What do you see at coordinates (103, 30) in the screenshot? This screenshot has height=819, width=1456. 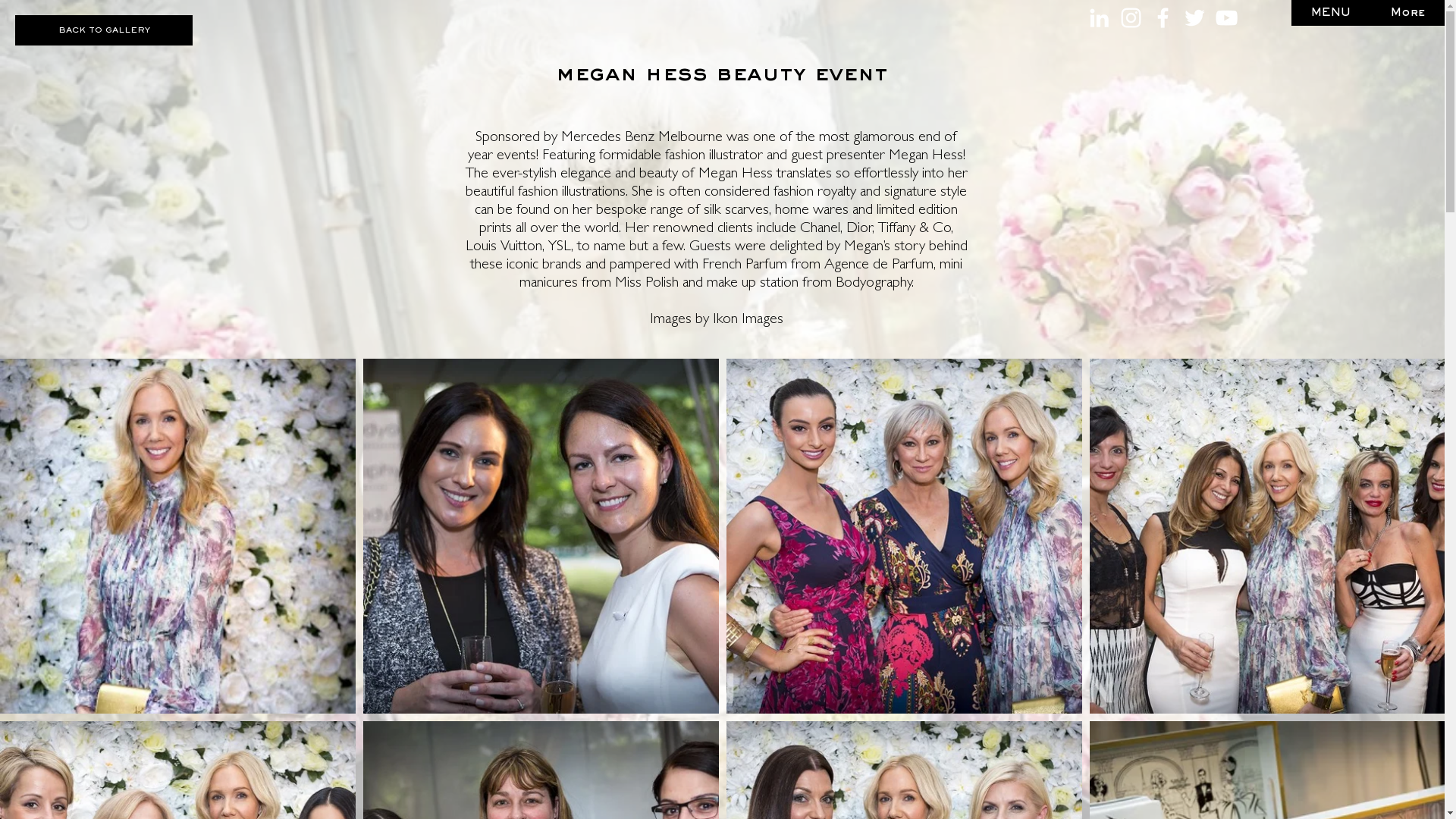 I see `'BACK TO GALLERY'` at bounding box center [103, 30].